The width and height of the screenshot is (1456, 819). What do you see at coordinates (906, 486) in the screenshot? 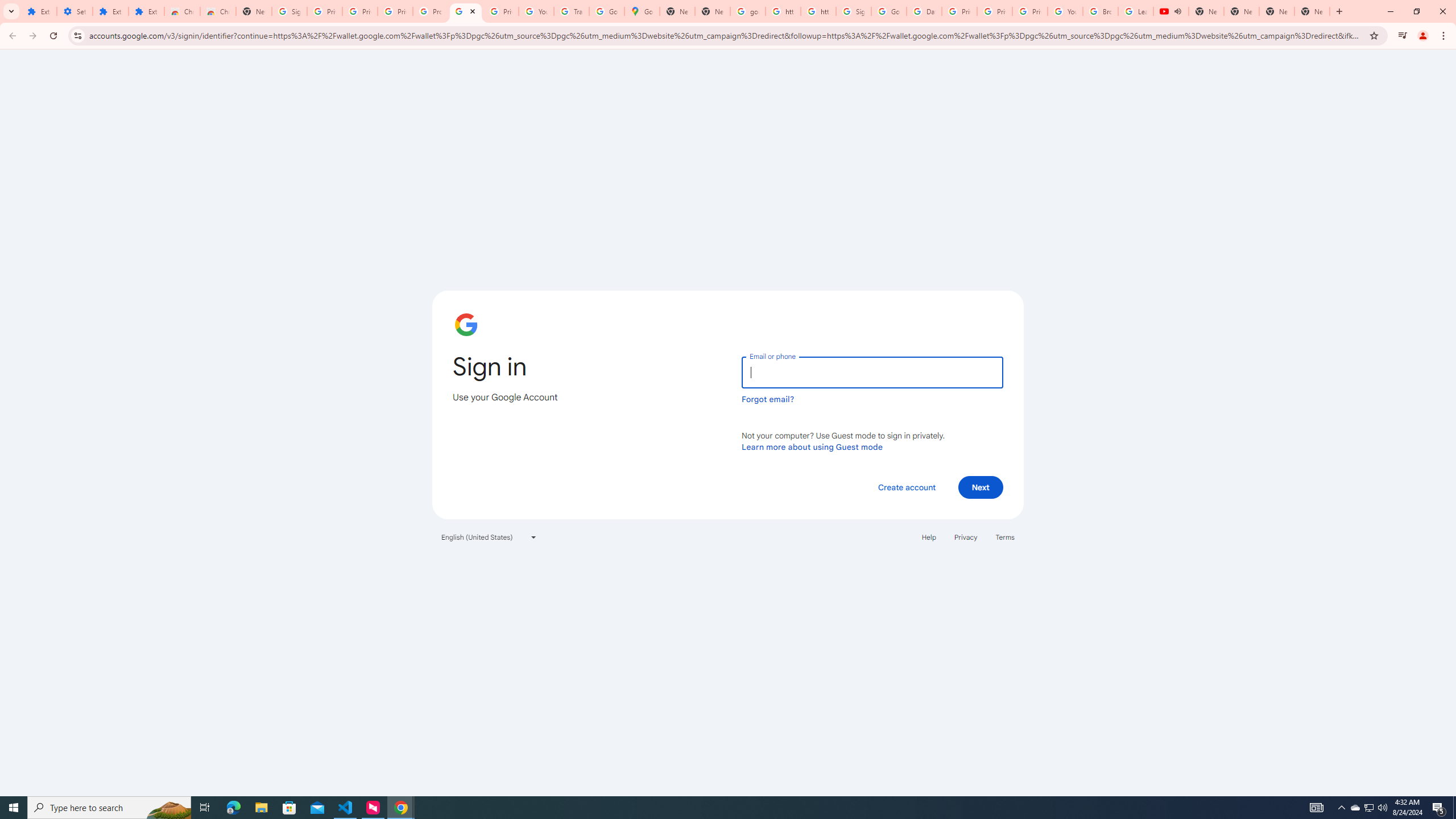
I see `'Create account'` at bounding box center [906, 486].